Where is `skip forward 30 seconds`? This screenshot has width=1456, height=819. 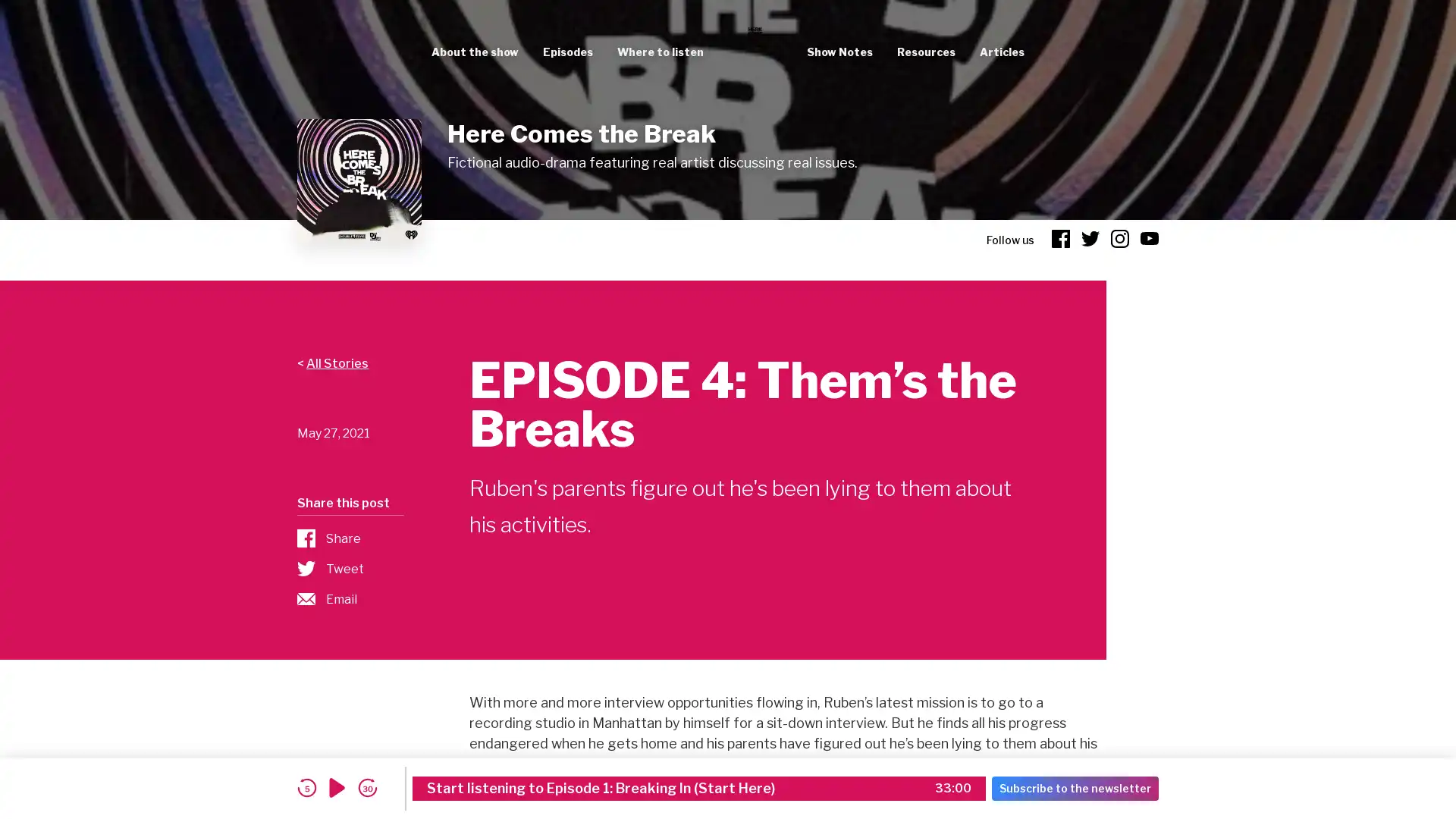 skip forward 30 seconds is located at coordinates (367, 787).